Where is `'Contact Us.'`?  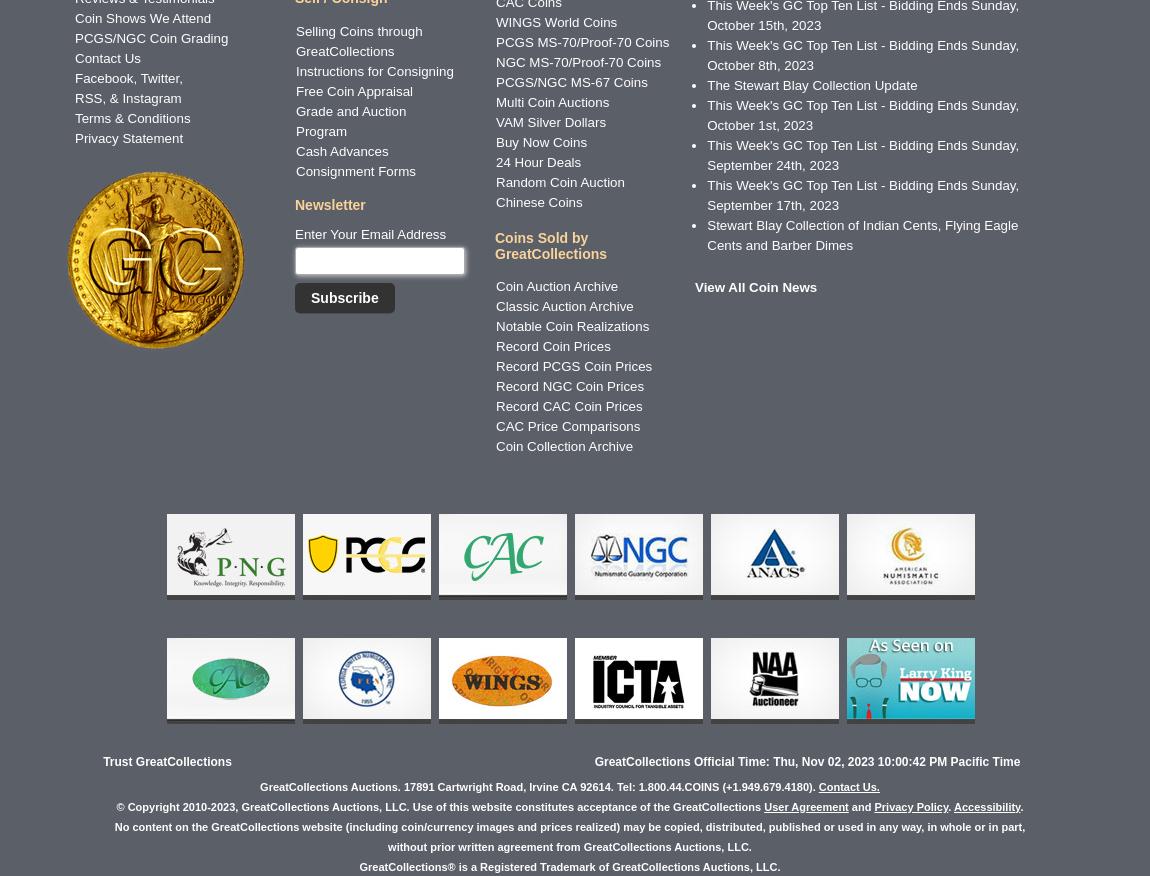 'Contact Us.' is located at coordinates (847, 785).